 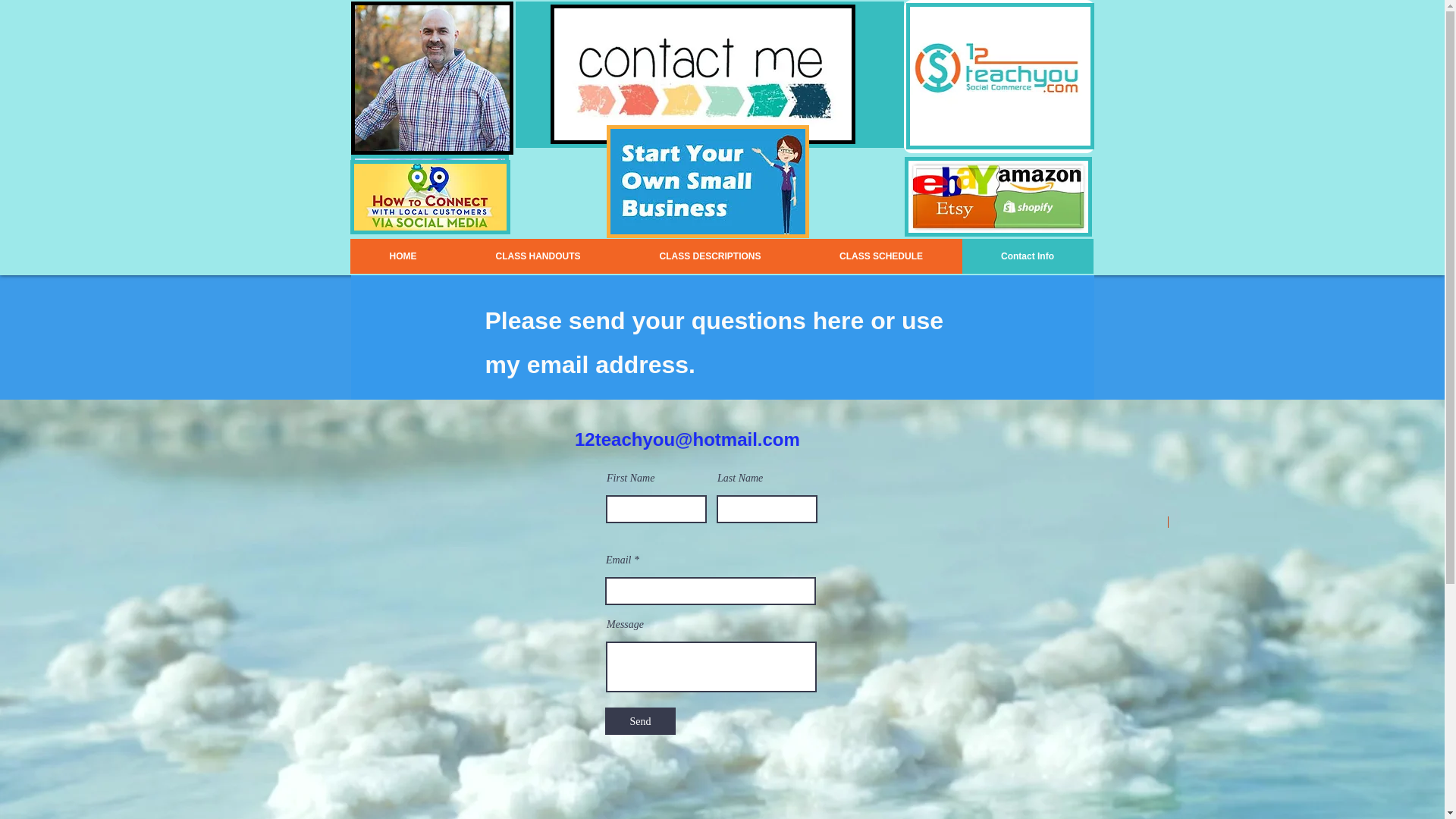 I want to click on 'CLASS SCHEDULE', so click(x=881, y=256).